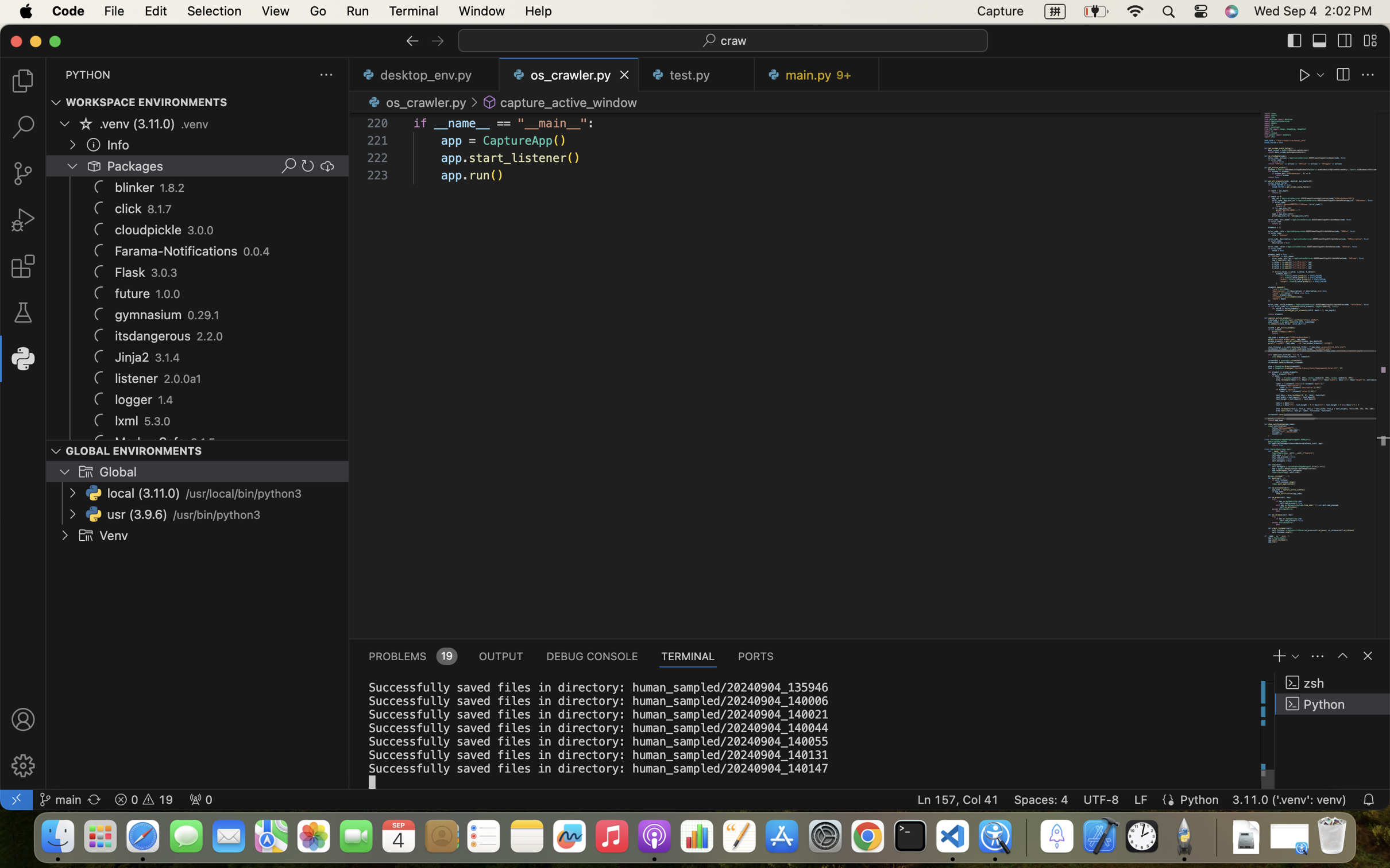 This screenshot has height=868, width=1390. Describe the element at coordinates (144, 493) in the screenshot. I see `'local (3.11.0)'` at that location.